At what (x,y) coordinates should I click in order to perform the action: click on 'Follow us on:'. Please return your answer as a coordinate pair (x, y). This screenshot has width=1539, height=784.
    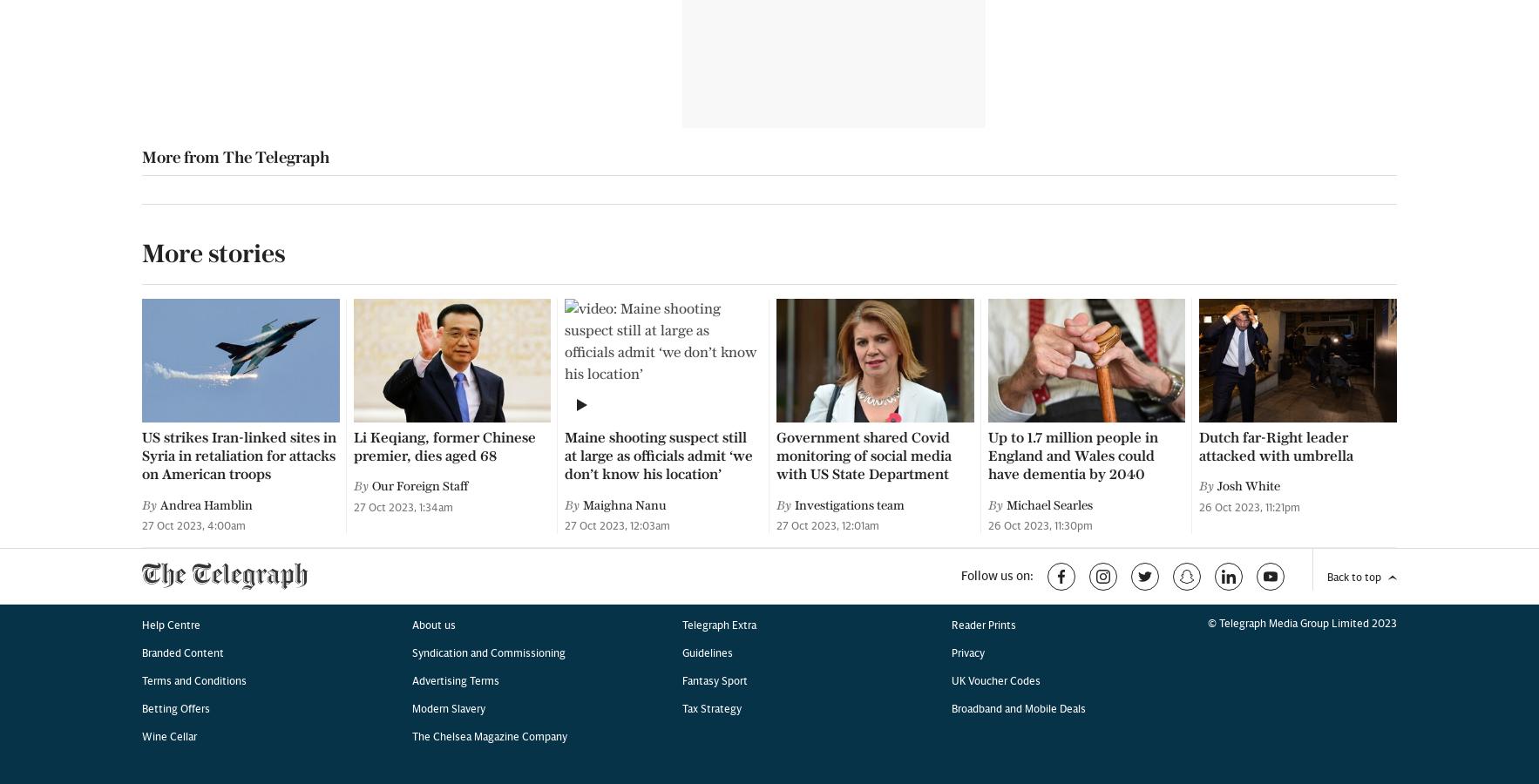
    Looking at the image, I should click on (996, 8).